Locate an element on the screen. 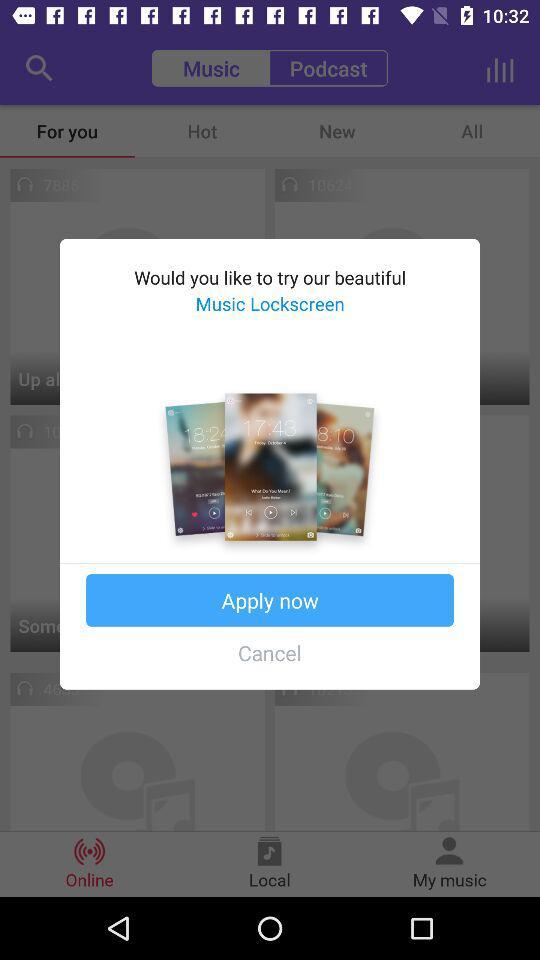 The image size is (540, 960). apply now item is located at coordinates (270, 600).